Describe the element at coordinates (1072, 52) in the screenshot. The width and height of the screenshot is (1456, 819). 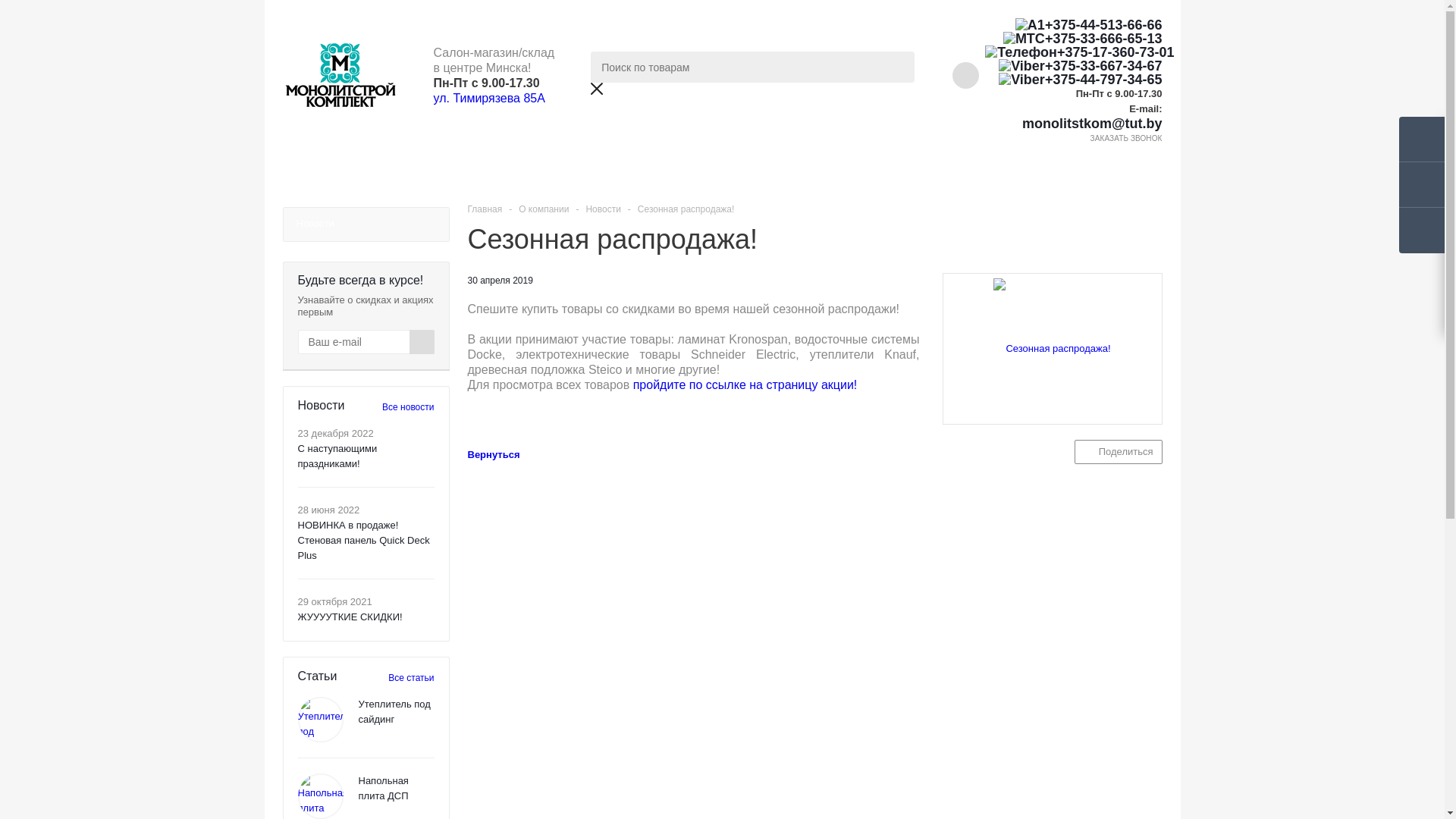
I see `'+375-17-360-73-01'` at that location.